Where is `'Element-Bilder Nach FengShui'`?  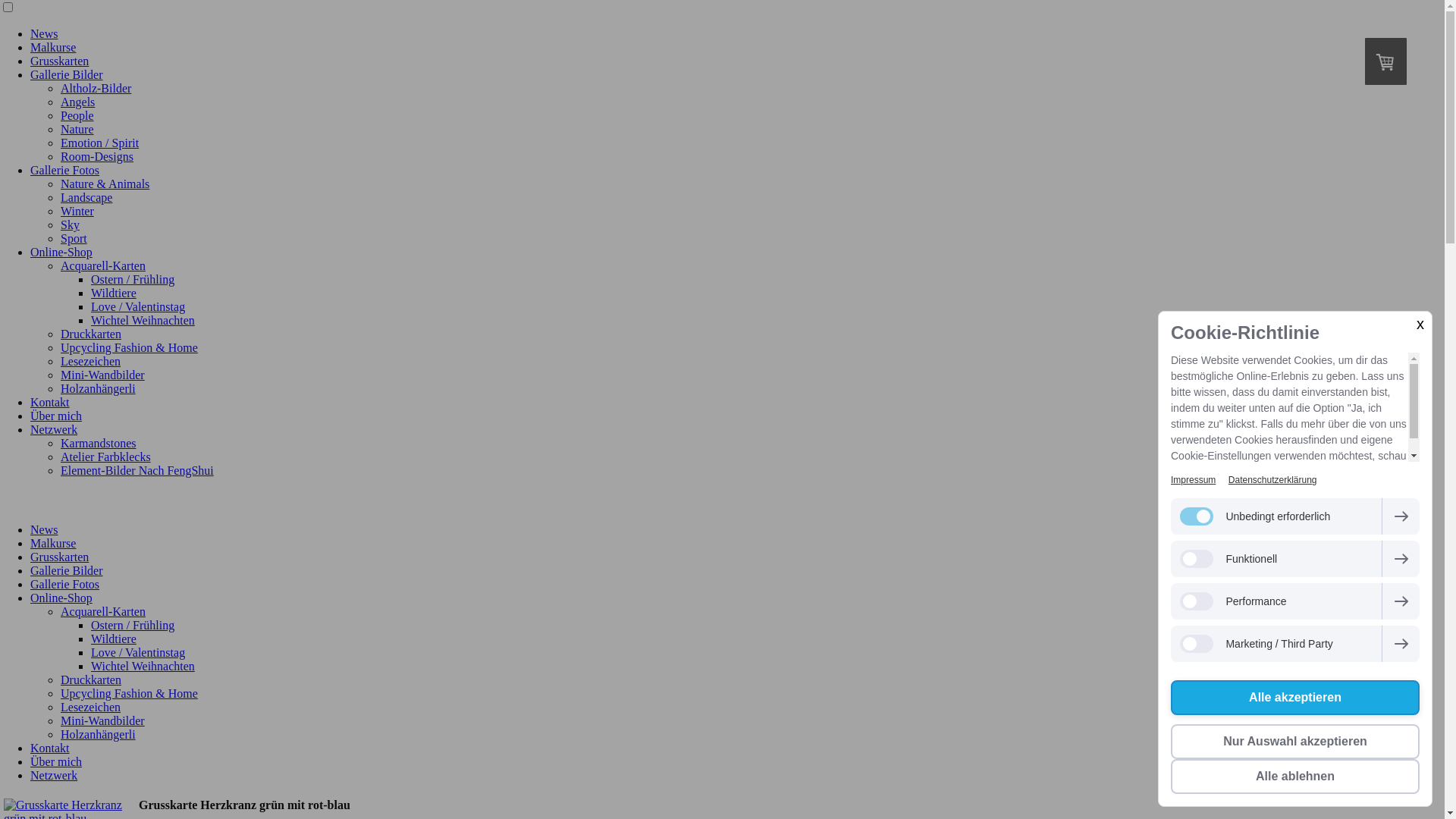
'Element-Bilder Nach FengShui' is located at coordinates (61, 469).